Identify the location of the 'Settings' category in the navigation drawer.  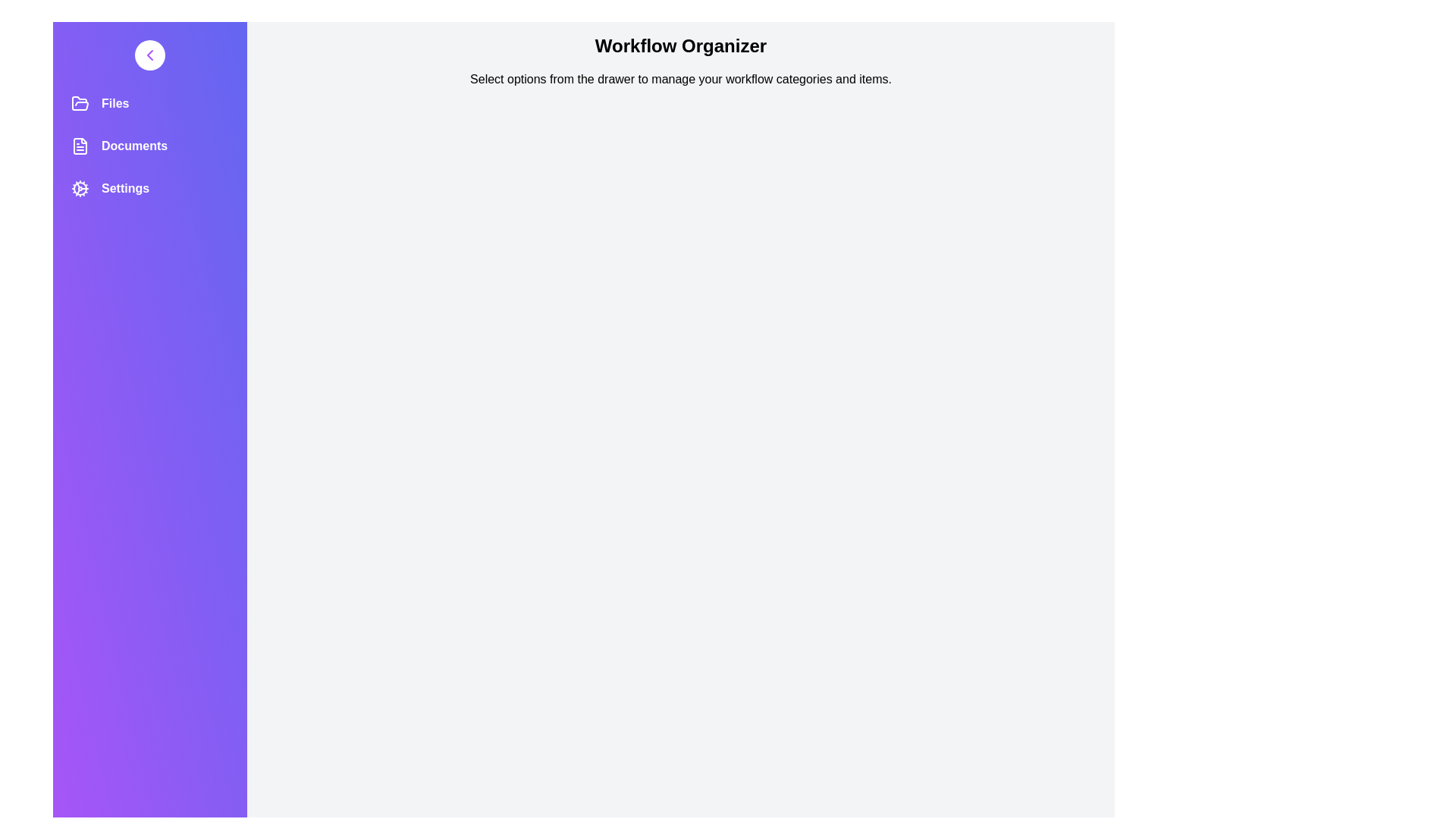
(149, 188).